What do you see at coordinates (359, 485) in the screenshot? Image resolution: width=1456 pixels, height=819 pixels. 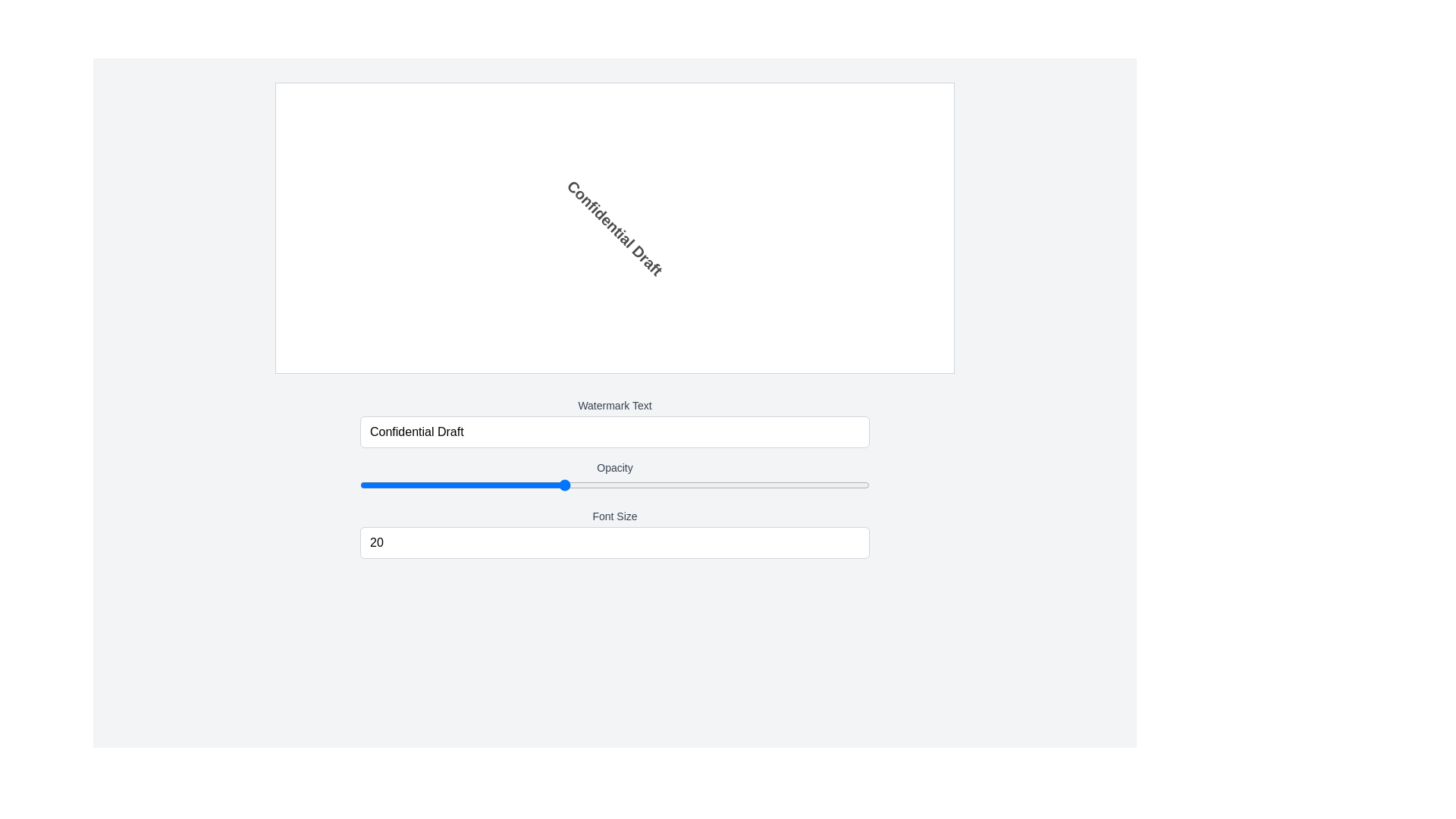 I see `the opacity slider` at bounding box center [359, 485].